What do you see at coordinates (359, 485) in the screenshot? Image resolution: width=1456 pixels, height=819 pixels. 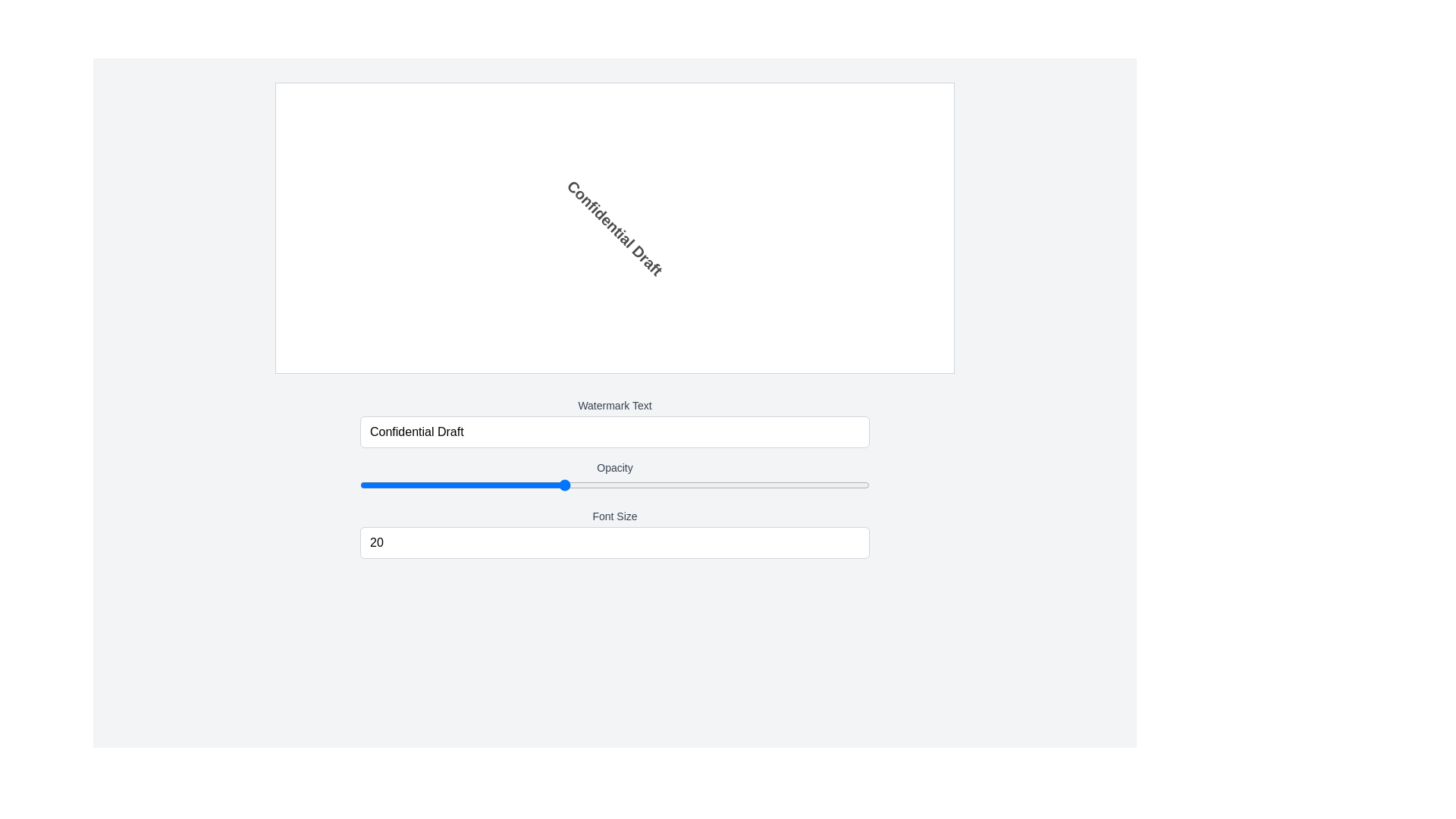 I see `the opacity slider` at bounding box center [359, 485].